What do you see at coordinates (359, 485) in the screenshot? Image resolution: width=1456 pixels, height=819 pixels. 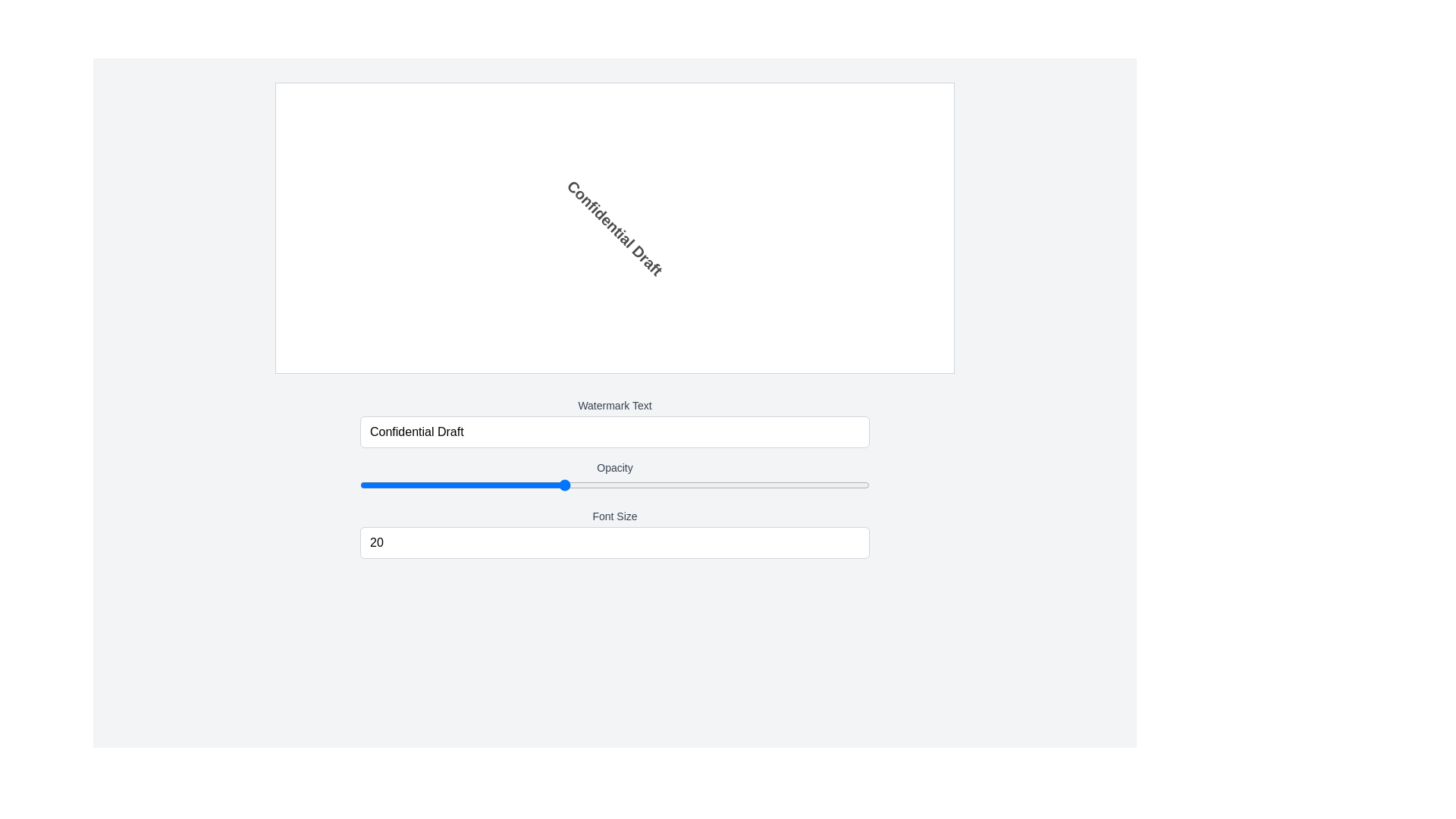 I see `the opacity slider` at bounding box center [359, 485].